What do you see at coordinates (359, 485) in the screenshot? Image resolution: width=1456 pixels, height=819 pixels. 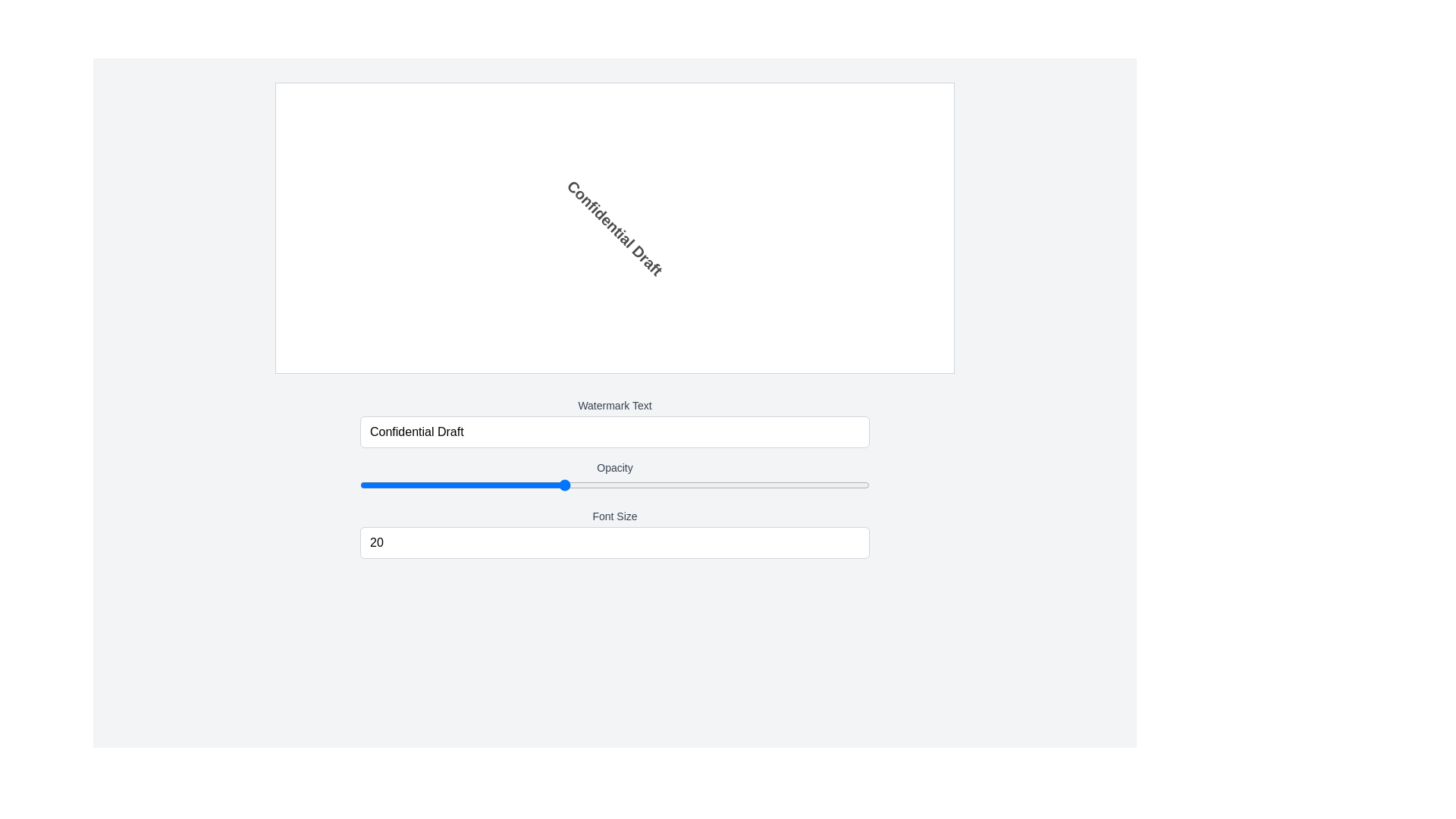 I see `the opacity slider` at bounding box center [359, 485].